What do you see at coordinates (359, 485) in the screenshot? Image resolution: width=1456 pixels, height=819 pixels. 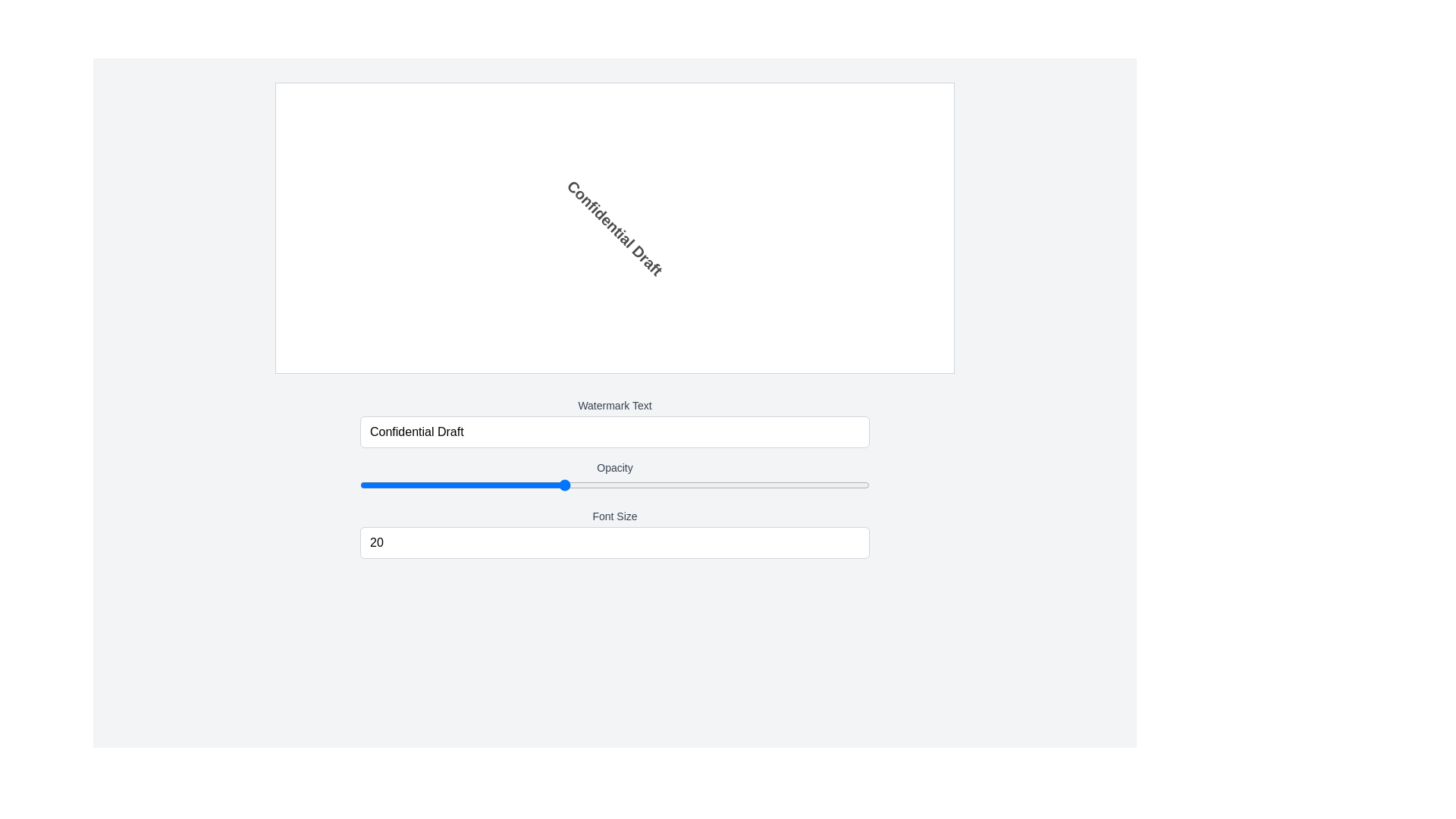 I see `the opacity slider` at bounding box center [359, 485].